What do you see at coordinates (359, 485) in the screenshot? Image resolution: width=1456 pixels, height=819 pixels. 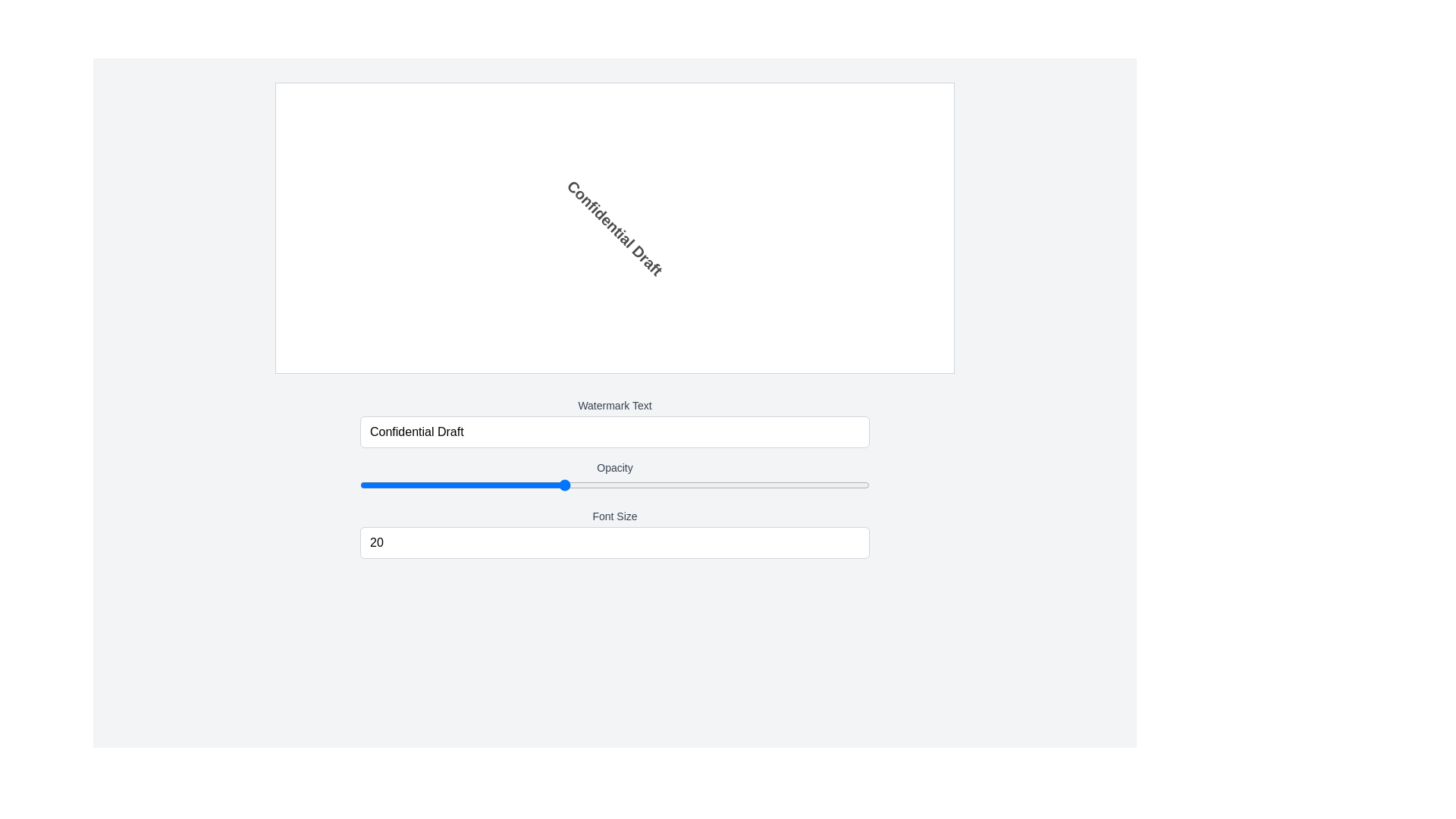 I see `the opacity slider` at bounding box center [359, 485].